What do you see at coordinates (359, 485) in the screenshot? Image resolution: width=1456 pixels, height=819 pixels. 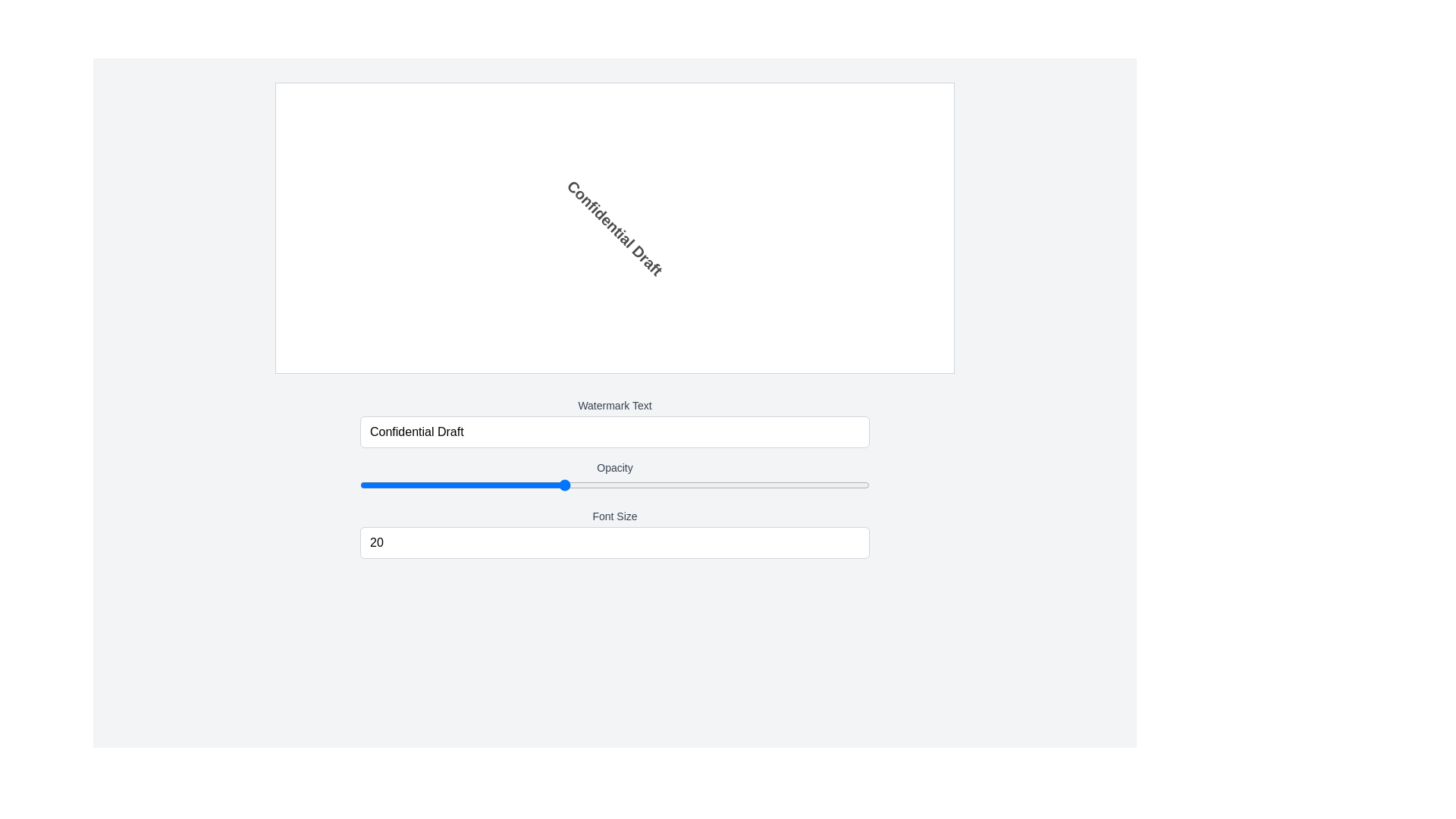 I see `the opacity slider` at bounding box center [359, 485].